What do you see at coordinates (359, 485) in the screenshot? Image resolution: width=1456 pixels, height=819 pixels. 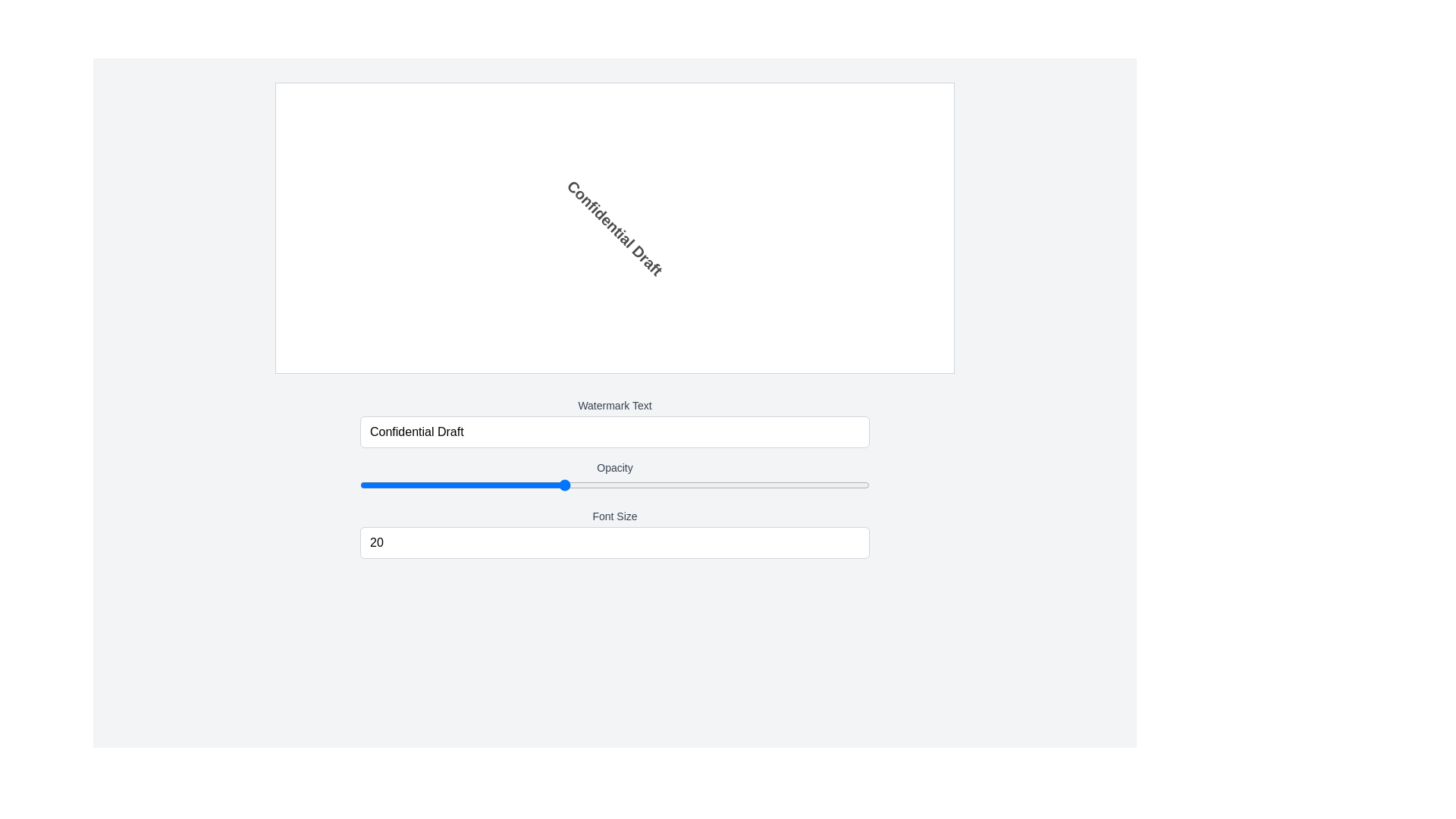 I see `the opacity slider` at bounding box center [359, 485].